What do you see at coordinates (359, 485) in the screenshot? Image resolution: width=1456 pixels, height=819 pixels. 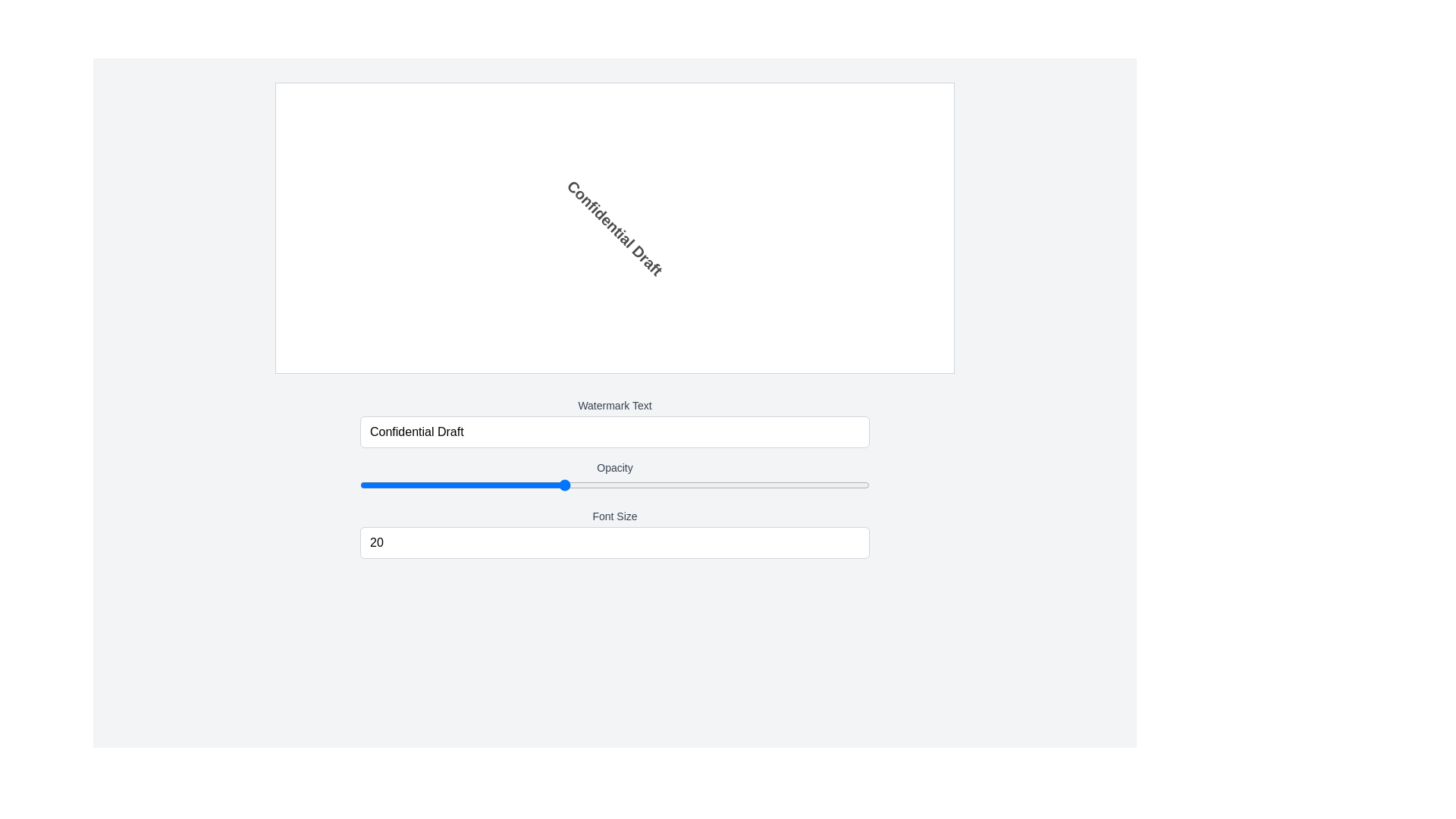 I see `the opacity slider` at bounding box center [359, 485].